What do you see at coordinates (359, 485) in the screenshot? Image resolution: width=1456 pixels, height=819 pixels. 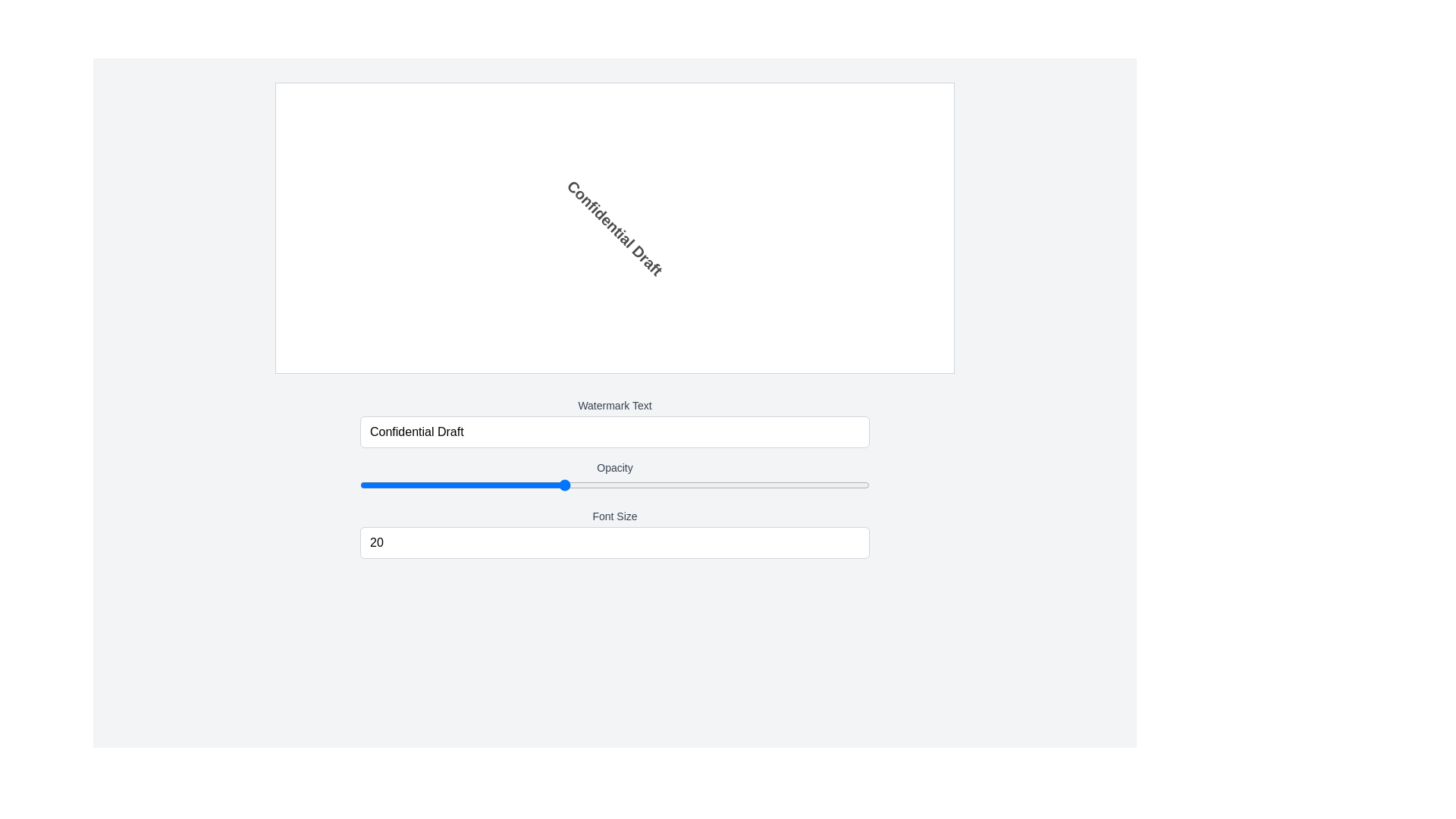 I see `the opacity slider` at bounding box center [359, 485].